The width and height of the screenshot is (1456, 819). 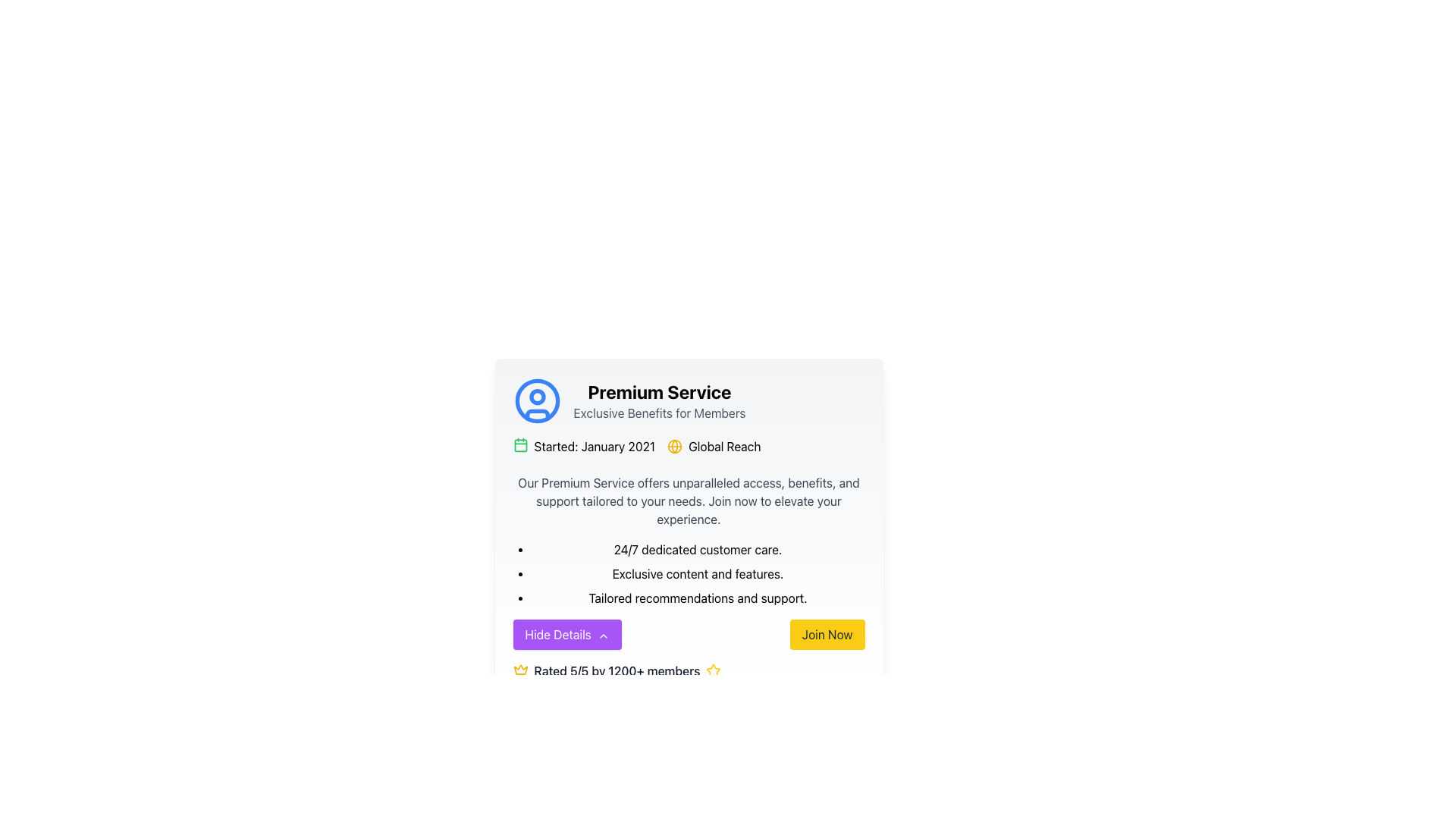 What do you see at coordinates (827, 635) in the screenshot?
I see `the yellow 'Join Now' button with rounded corners located at the bottom-right corner of the 'Premium Service' section` at bounding box center [827, 635].